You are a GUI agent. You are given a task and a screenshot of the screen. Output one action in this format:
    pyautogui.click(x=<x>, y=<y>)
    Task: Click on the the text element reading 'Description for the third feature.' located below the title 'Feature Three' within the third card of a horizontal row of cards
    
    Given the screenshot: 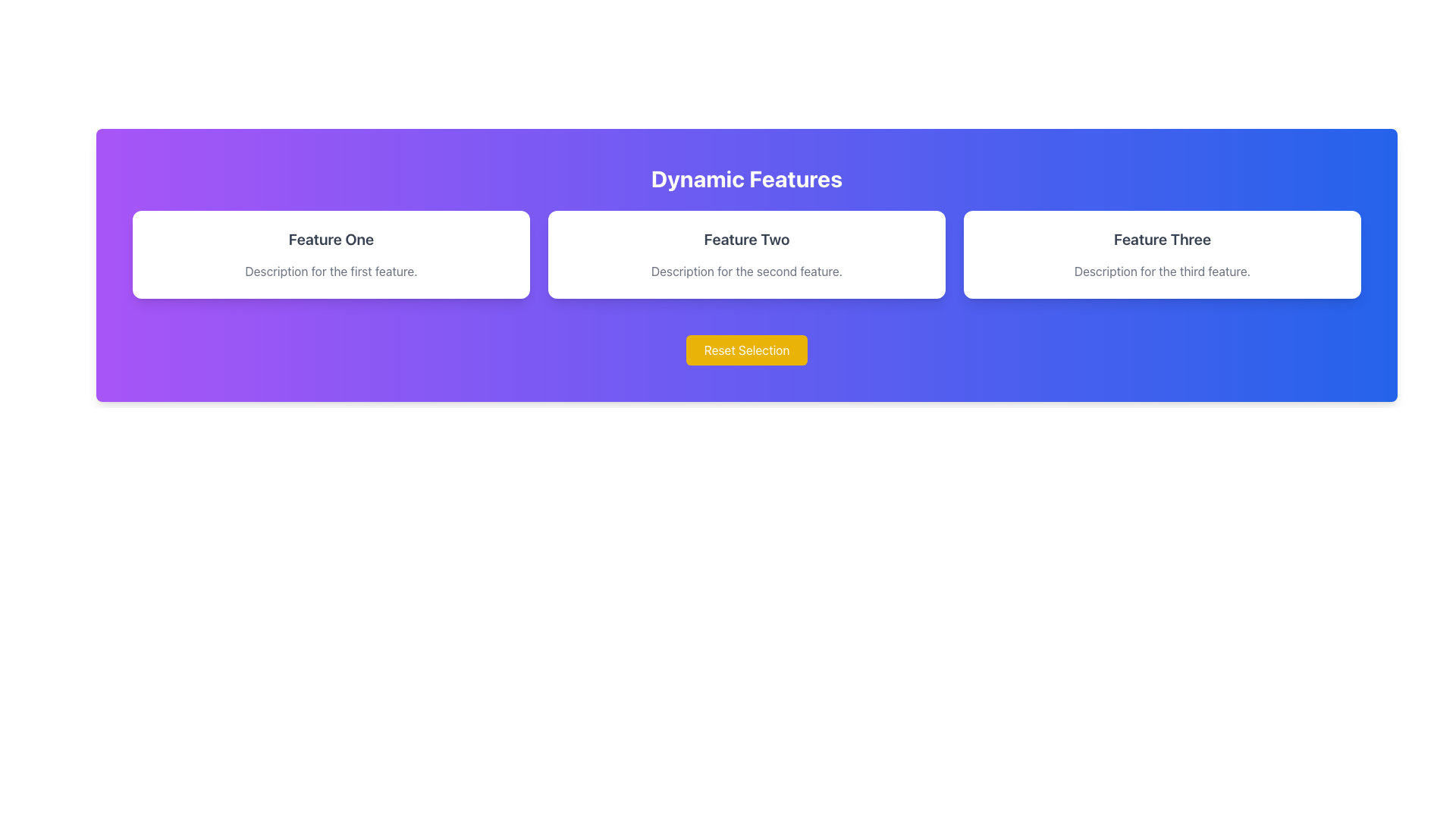 What is the action you would take?
    pyautogui.click(x=1161, y=271)
    